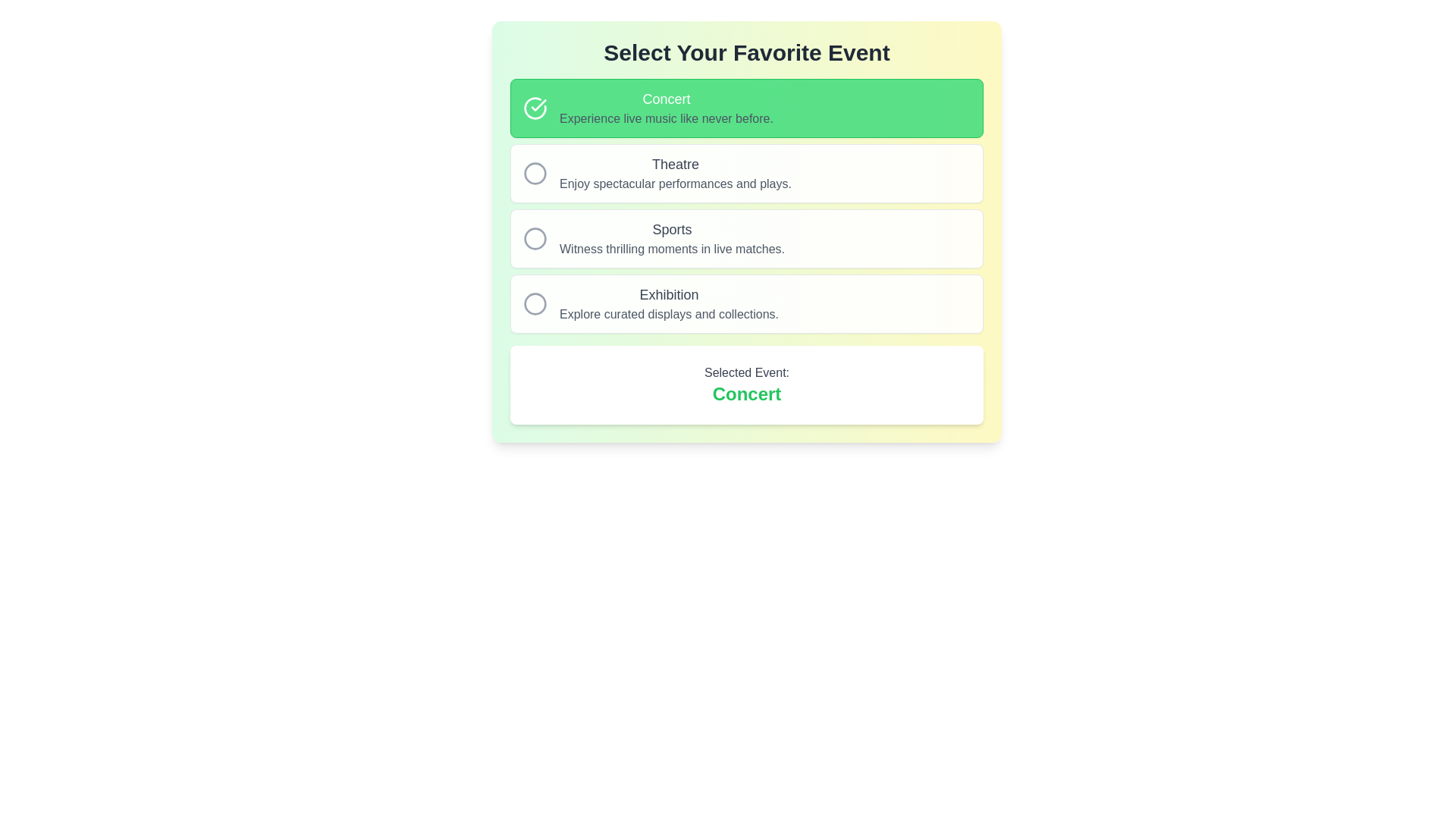 This screenshot has height=819, width=1456. I want to click on the 'Theatre' button, which is the second option in the list of events under 'Select Your Favorite Event', so click(746, 206).